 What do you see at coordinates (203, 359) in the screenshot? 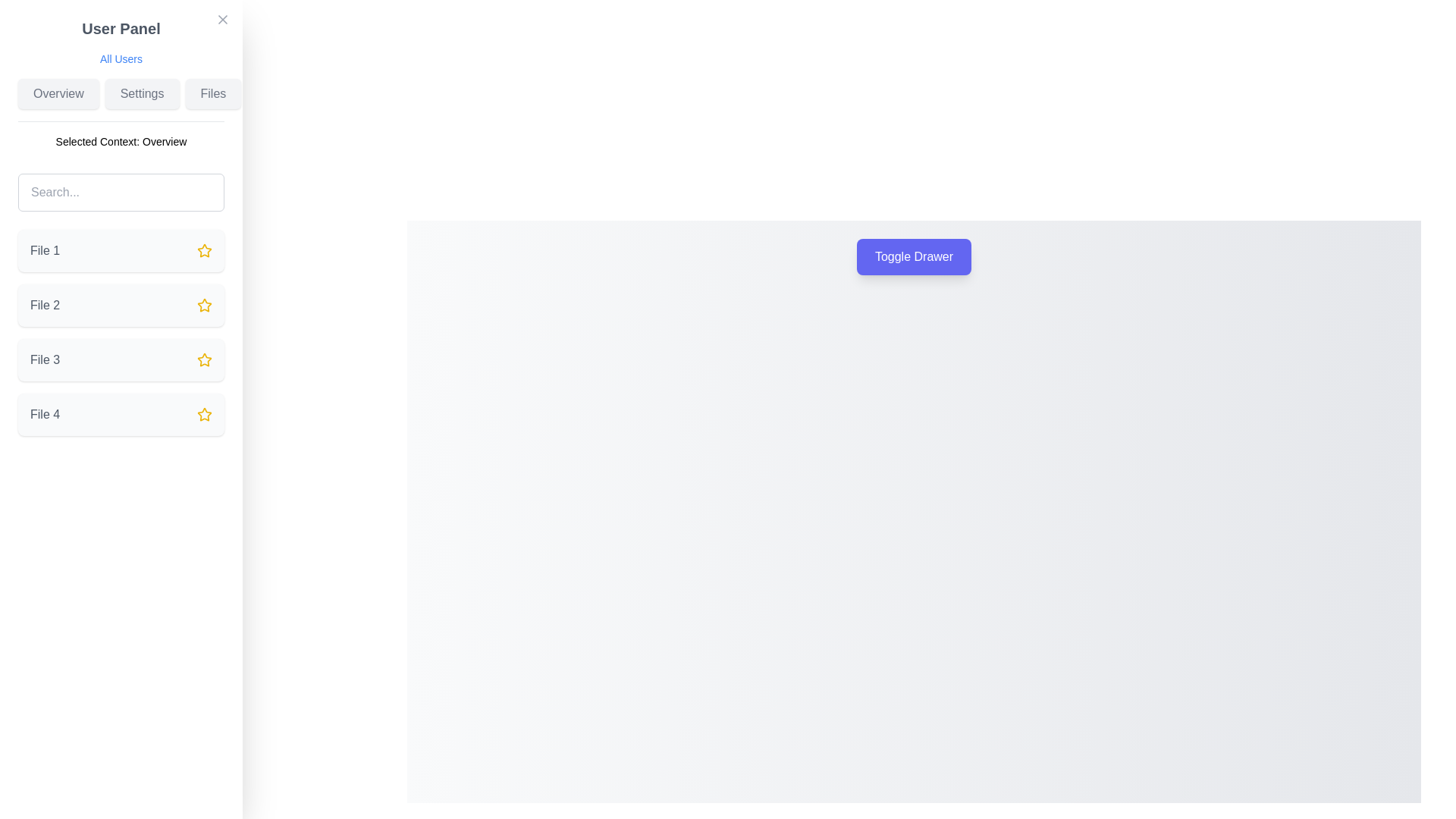
I see `the star-shaped icon representing the 'File 3' entry` at bounding box center [203, 359].